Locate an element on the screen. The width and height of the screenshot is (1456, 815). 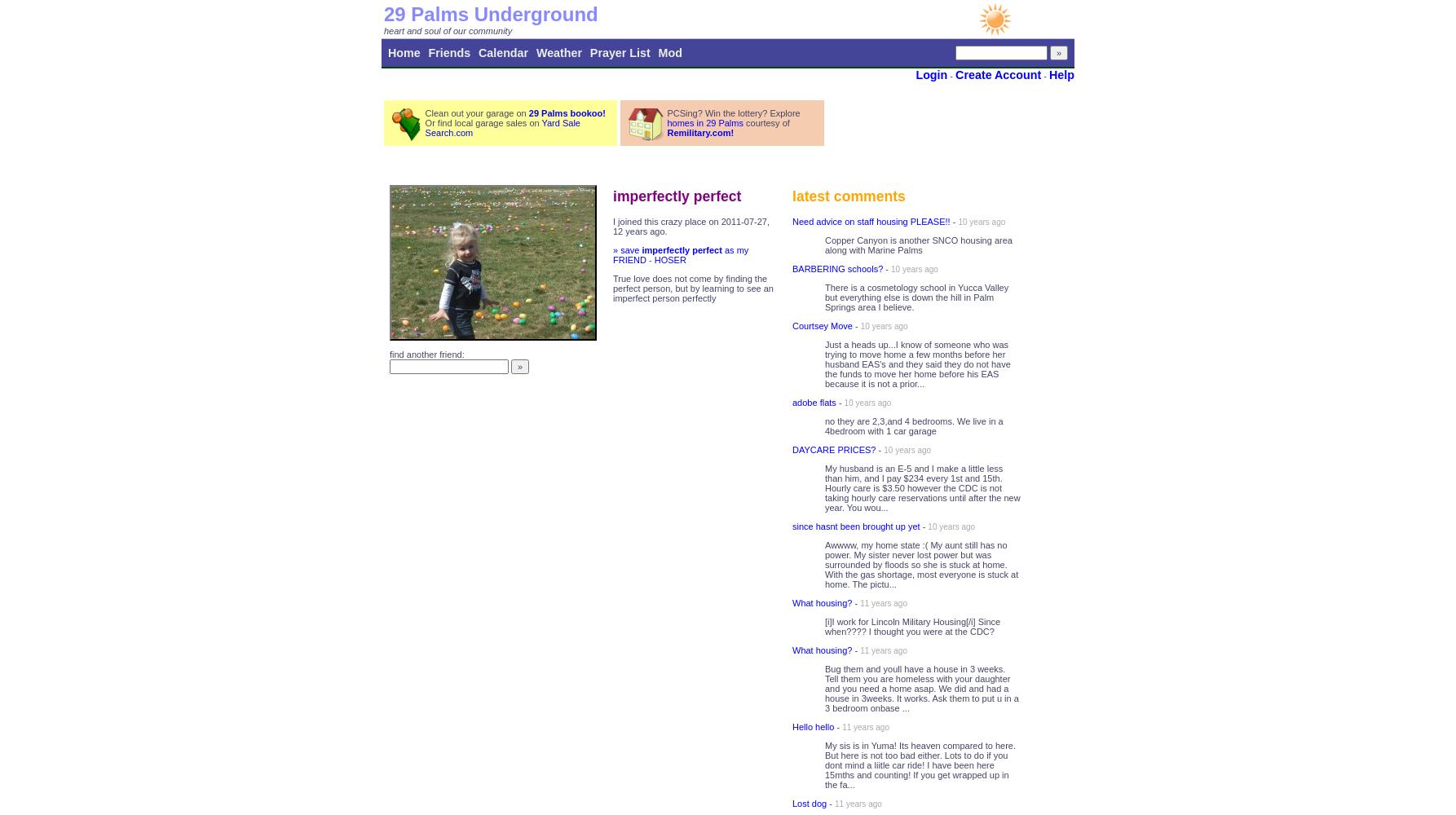
'Calendar' is located at coordinates (503, 52).